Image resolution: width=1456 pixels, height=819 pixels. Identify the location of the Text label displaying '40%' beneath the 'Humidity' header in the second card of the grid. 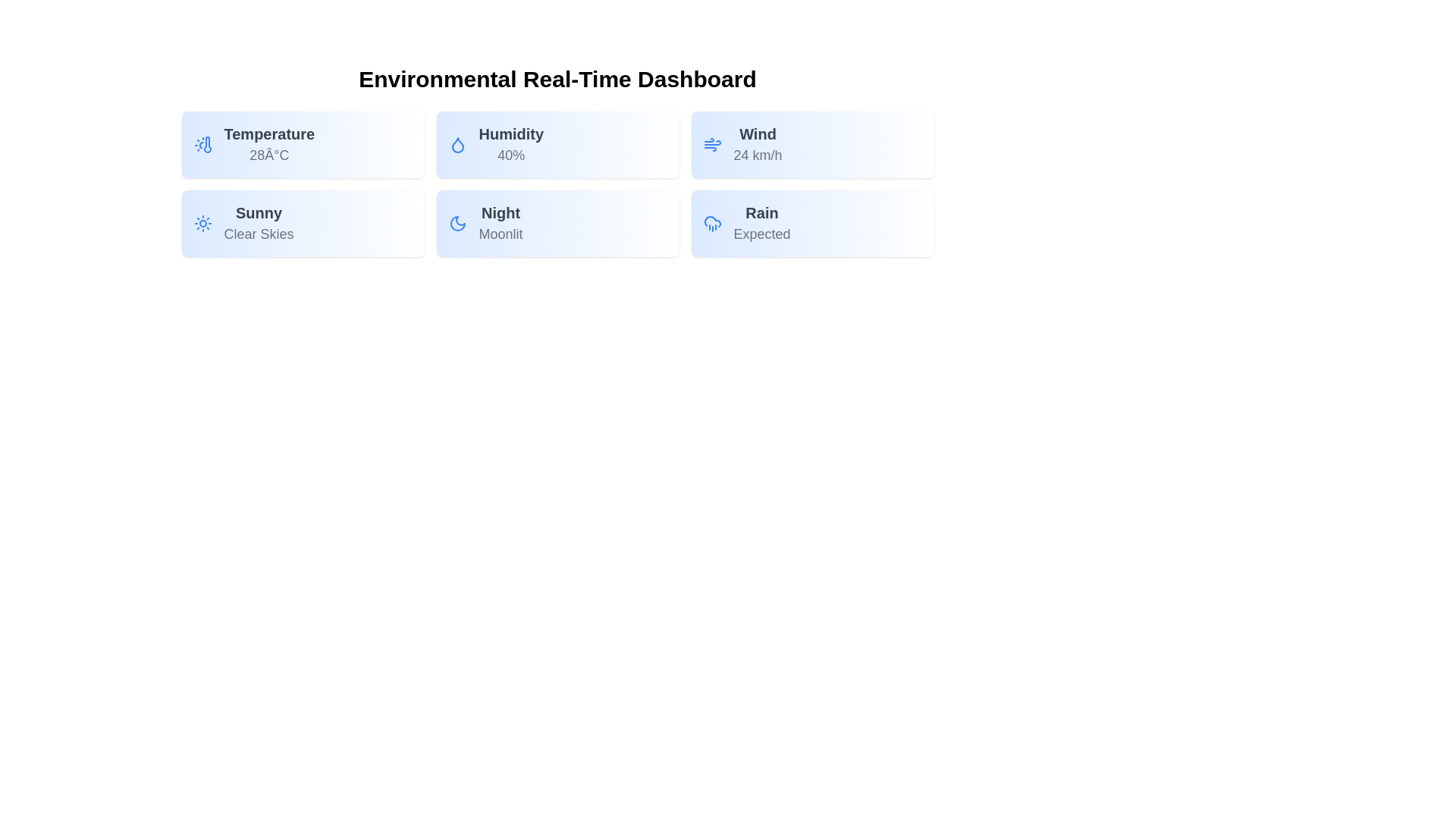
(511, 155).